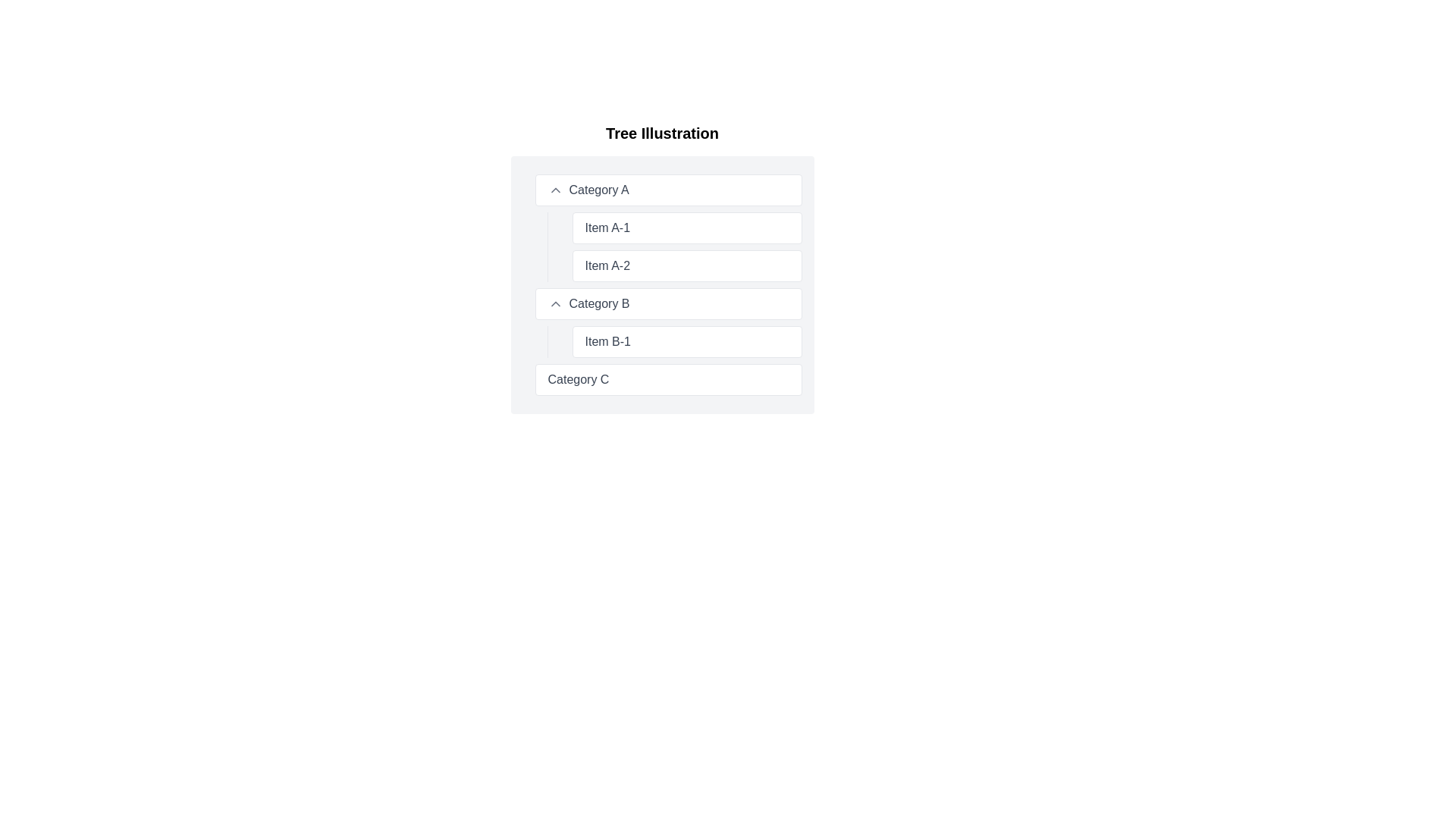  Describe the element at coordinates (554, 304) in the screenshot. I see `the upward-pointing gray chevron icon located to the left of the 'Category B' text` at that location.